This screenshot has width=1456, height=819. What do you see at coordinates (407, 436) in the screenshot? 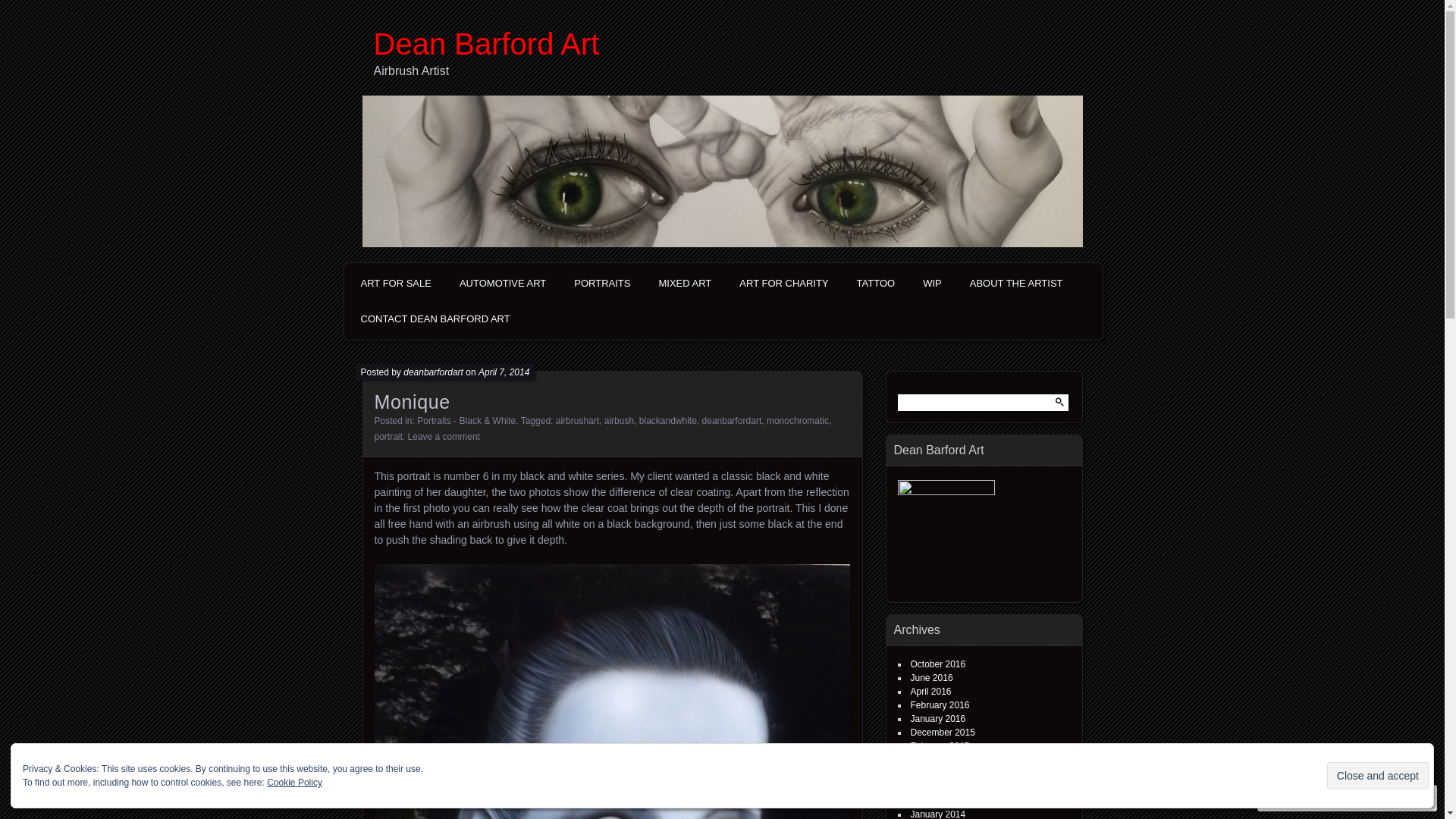
I see `'Leave a comment'` at bounding box center [407, 436].